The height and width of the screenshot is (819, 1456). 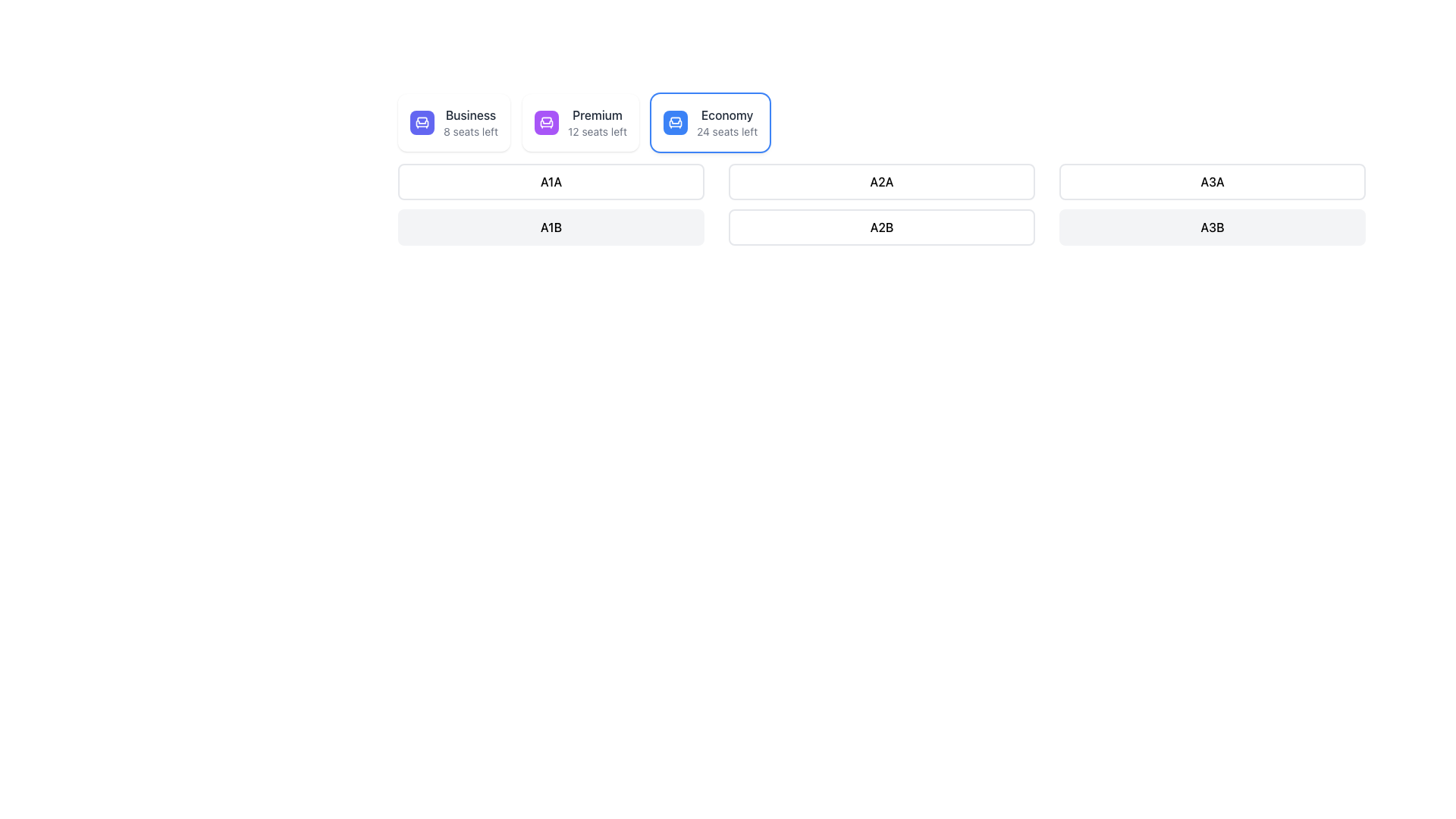 I want to click on the 'Economy 24 seats left' button which contains a small chair-shaped icon in a blue circular background, located to the left of the text, so click(x=674, y=122).